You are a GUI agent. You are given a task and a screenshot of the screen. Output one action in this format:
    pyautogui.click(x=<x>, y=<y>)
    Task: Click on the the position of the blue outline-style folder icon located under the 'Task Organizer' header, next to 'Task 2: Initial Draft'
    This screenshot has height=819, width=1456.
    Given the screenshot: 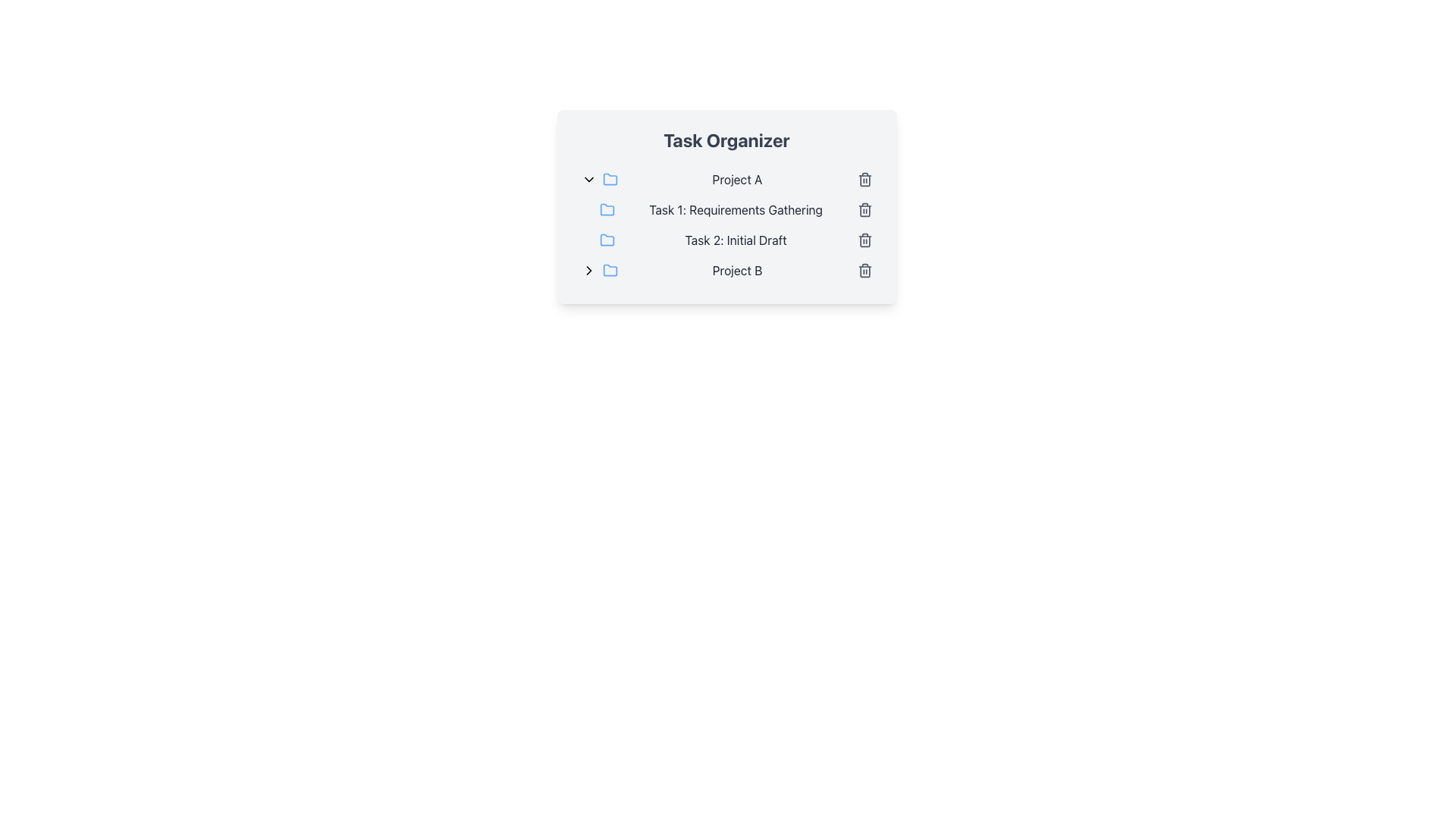 What is the action you would take?
    pyautogui.click(x=607, y=239)
    